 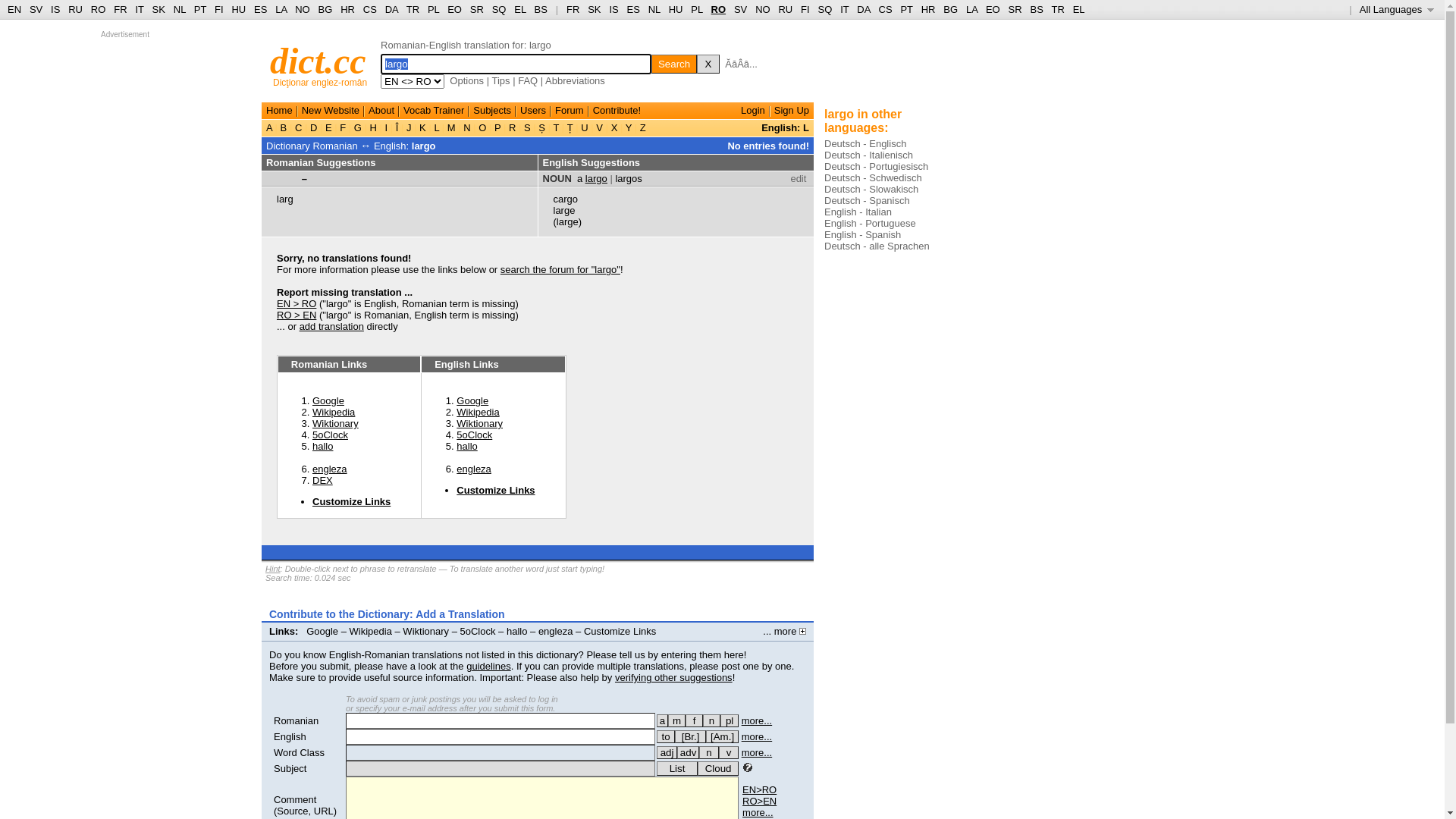 What do you see at coordinates (516, 631) in the screenshot?
I see `'hallo'` at bounding box center [516, 631].